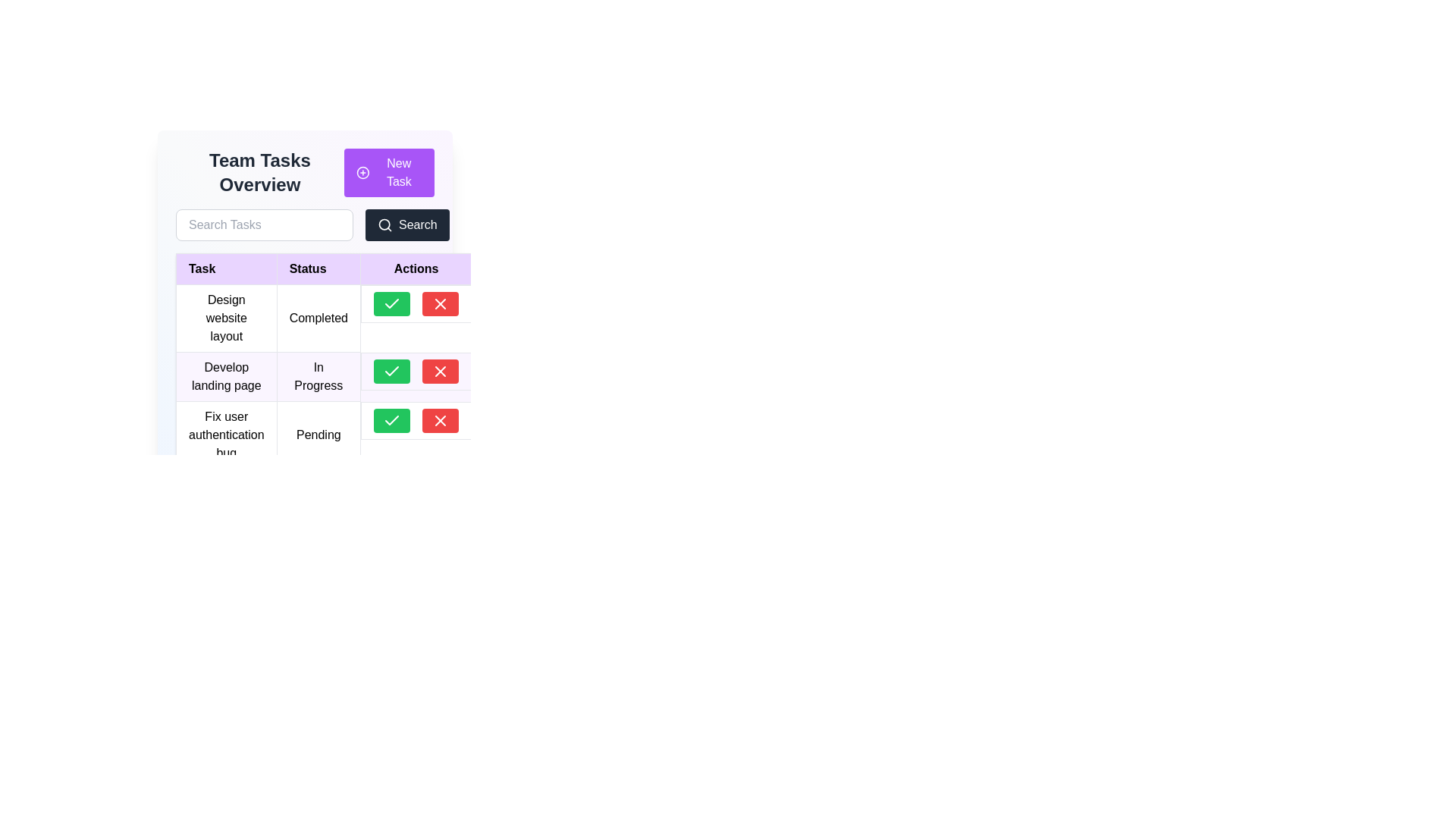 This screenshot has width=1456, height=819. Describe the element at coordinates (439, 304) in the screenshot. I see `the delete icon in the Actions column of the table for the task 'Design website layout'` at that location.